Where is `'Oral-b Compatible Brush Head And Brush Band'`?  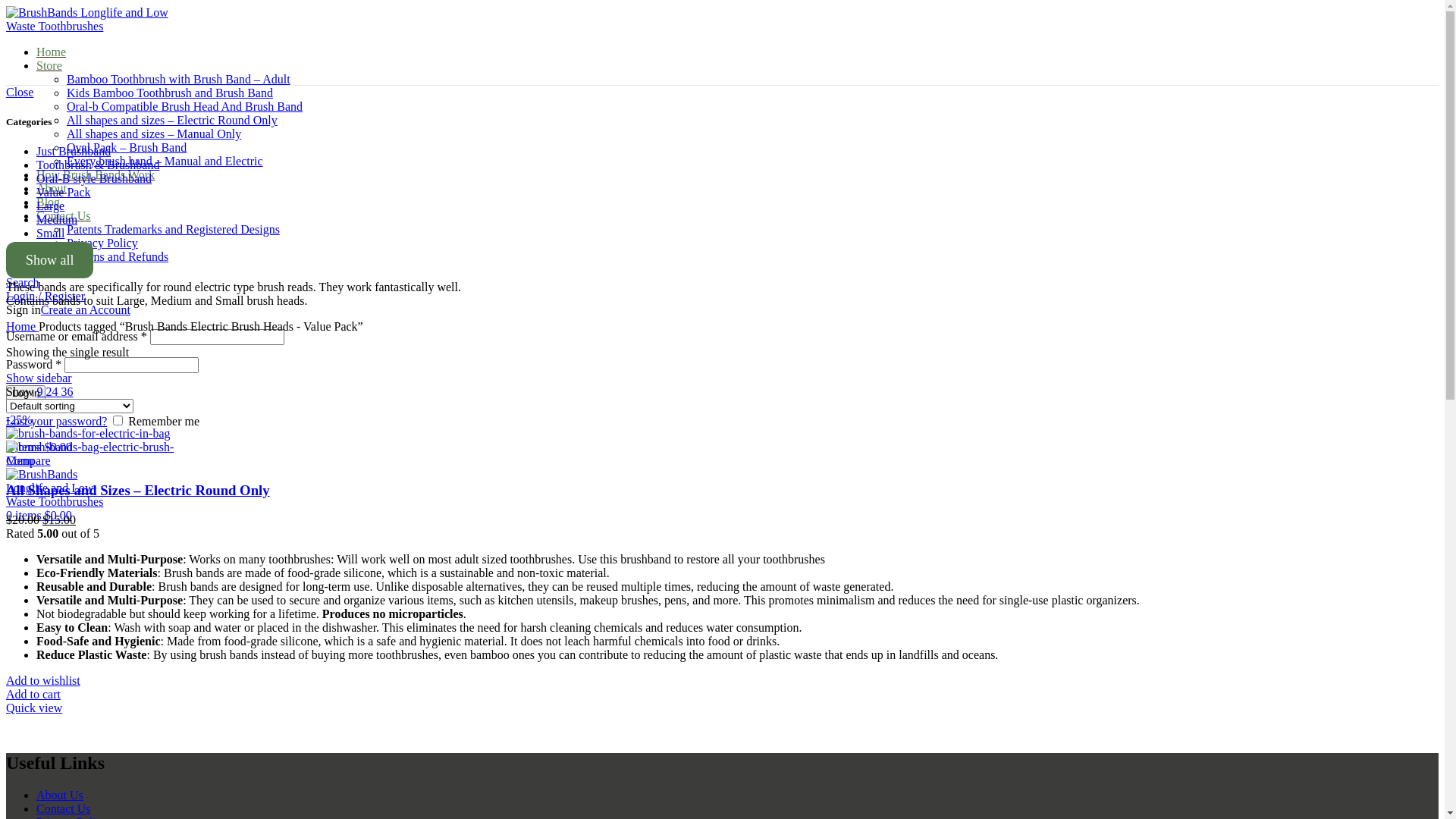 'Oral-b Compatible Brush Head And Brush Band' is located at coordinates (184, 105).